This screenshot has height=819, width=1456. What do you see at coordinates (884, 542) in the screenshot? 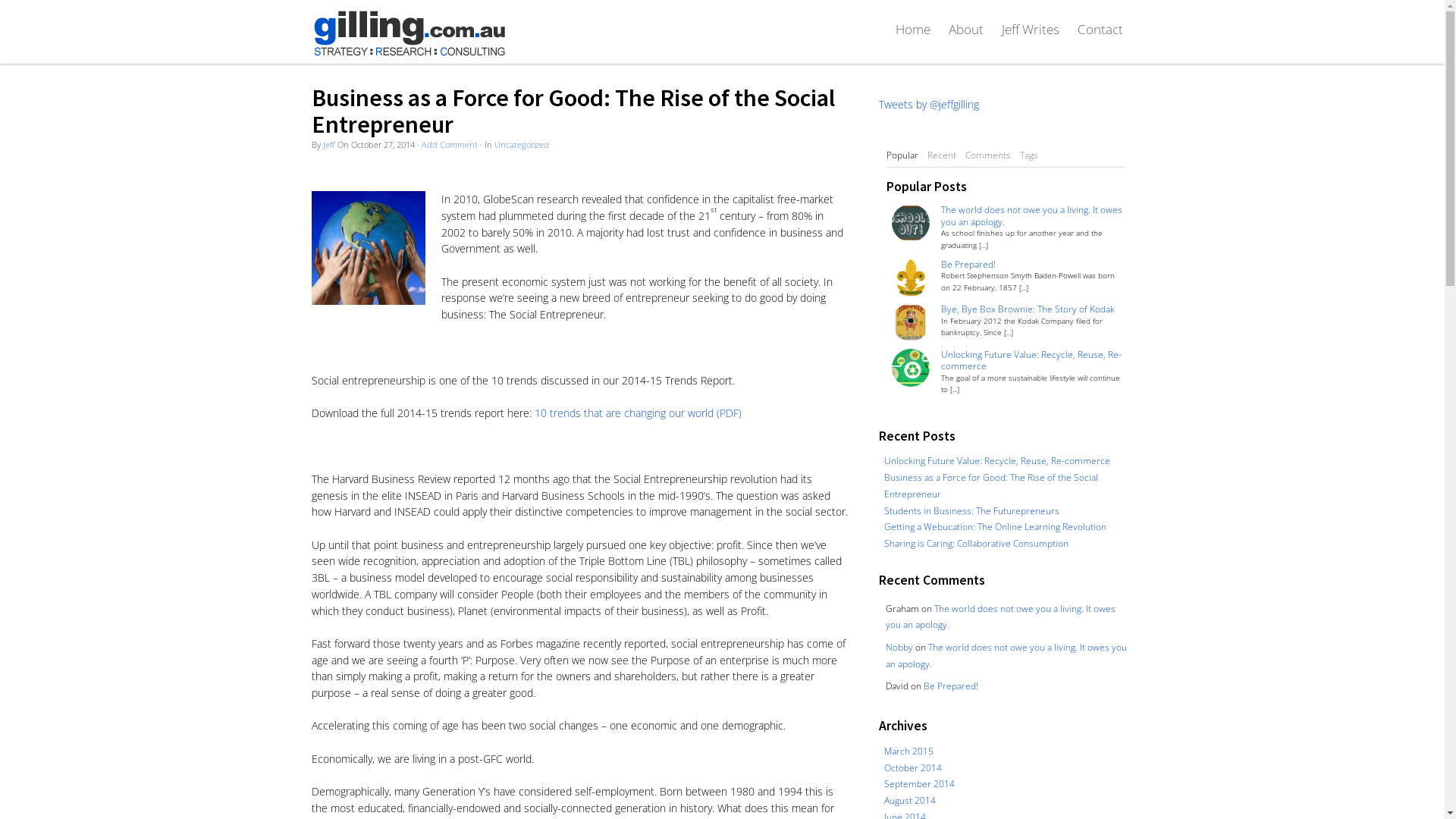
I see `'Sharing is Caring: Collaborative Consumption'` at bounding box center [884, 542].